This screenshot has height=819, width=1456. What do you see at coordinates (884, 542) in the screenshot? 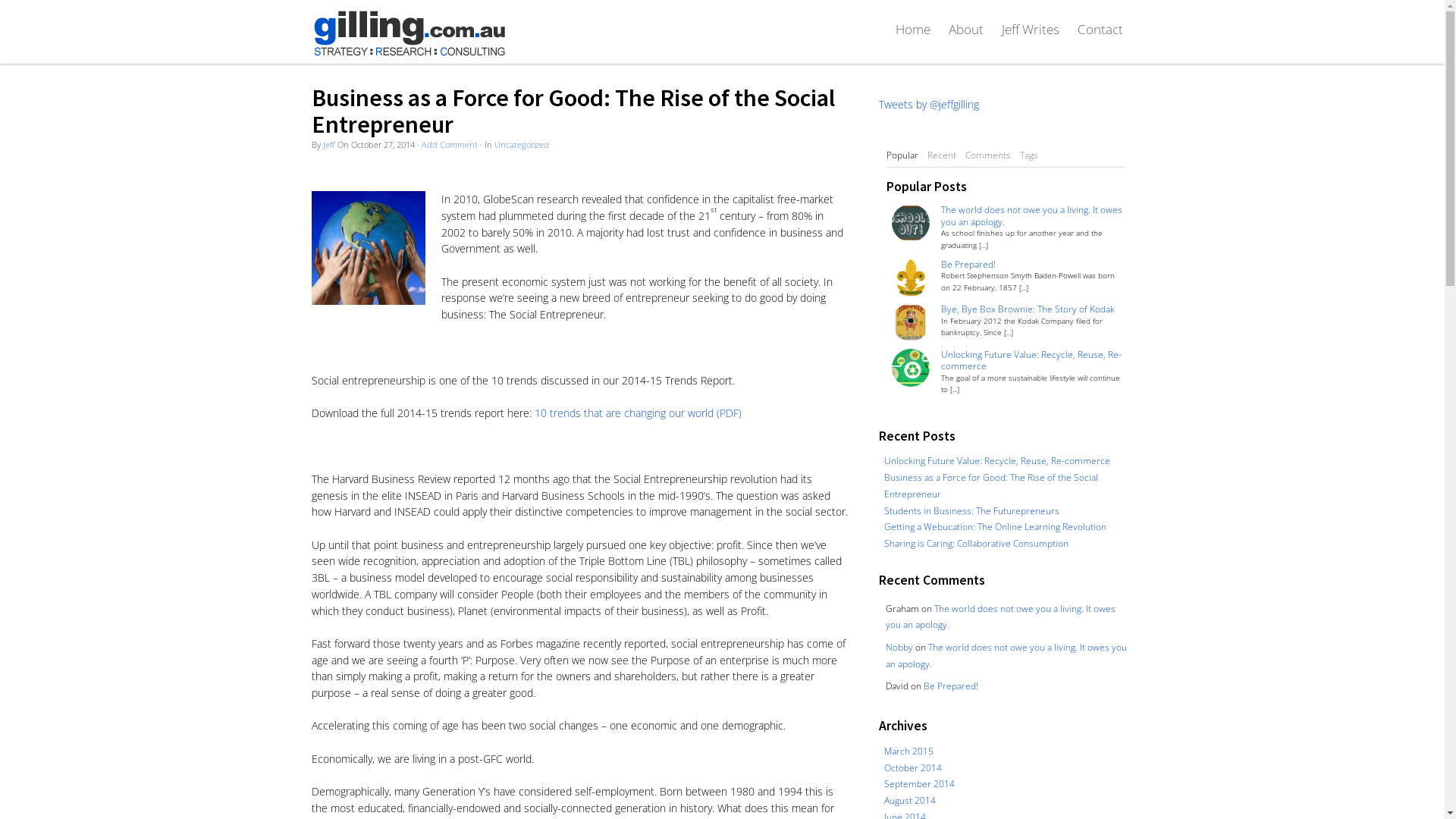
I see `'Sharing is Caring: Collaborative Consumption'` at bounding box center [884, 542].